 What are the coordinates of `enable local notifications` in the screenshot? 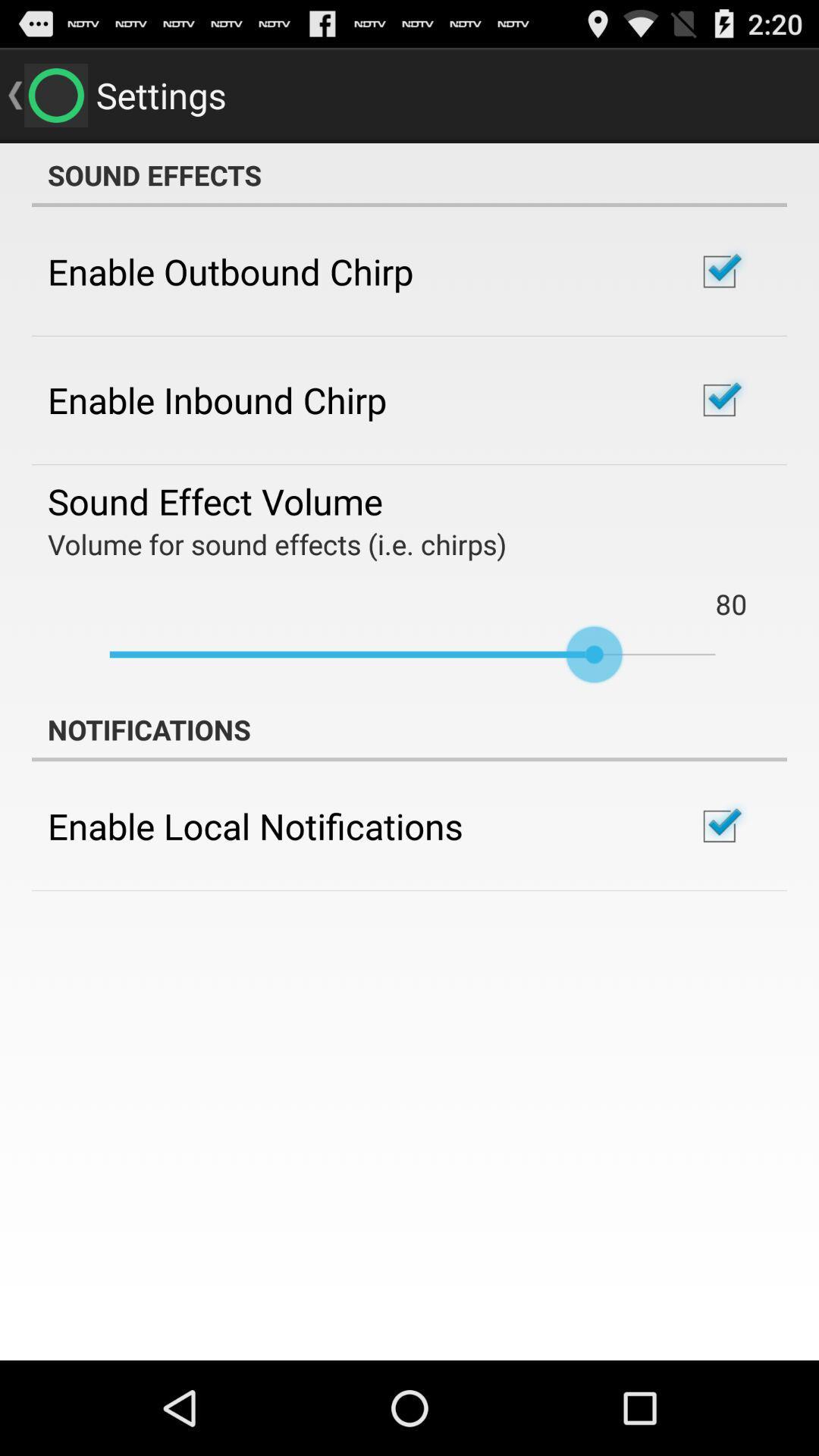 It's located at (254, 825).